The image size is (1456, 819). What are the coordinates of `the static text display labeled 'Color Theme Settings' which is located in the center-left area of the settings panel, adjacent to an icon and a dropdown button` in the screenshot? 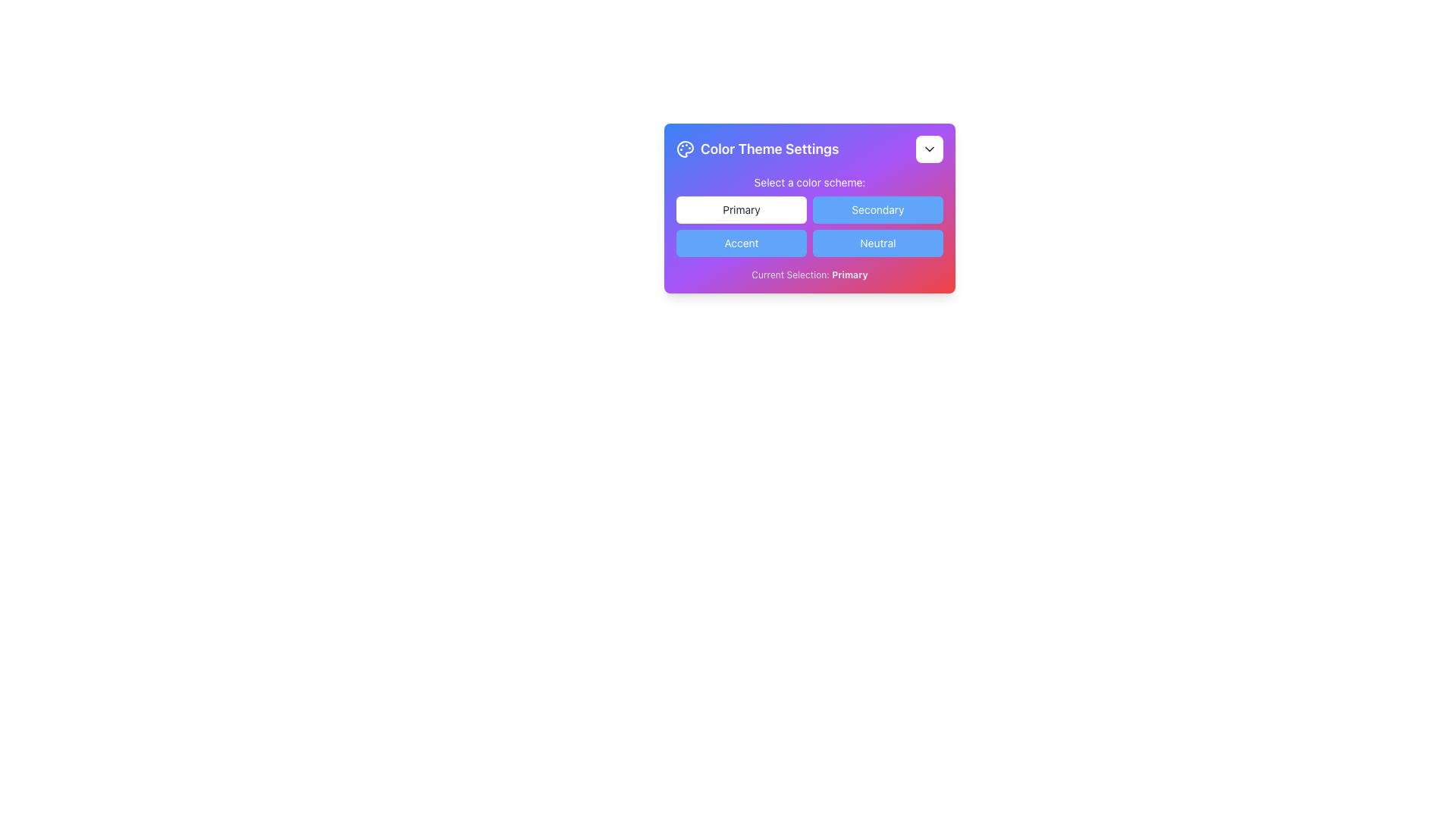 It's located at (770, 149).